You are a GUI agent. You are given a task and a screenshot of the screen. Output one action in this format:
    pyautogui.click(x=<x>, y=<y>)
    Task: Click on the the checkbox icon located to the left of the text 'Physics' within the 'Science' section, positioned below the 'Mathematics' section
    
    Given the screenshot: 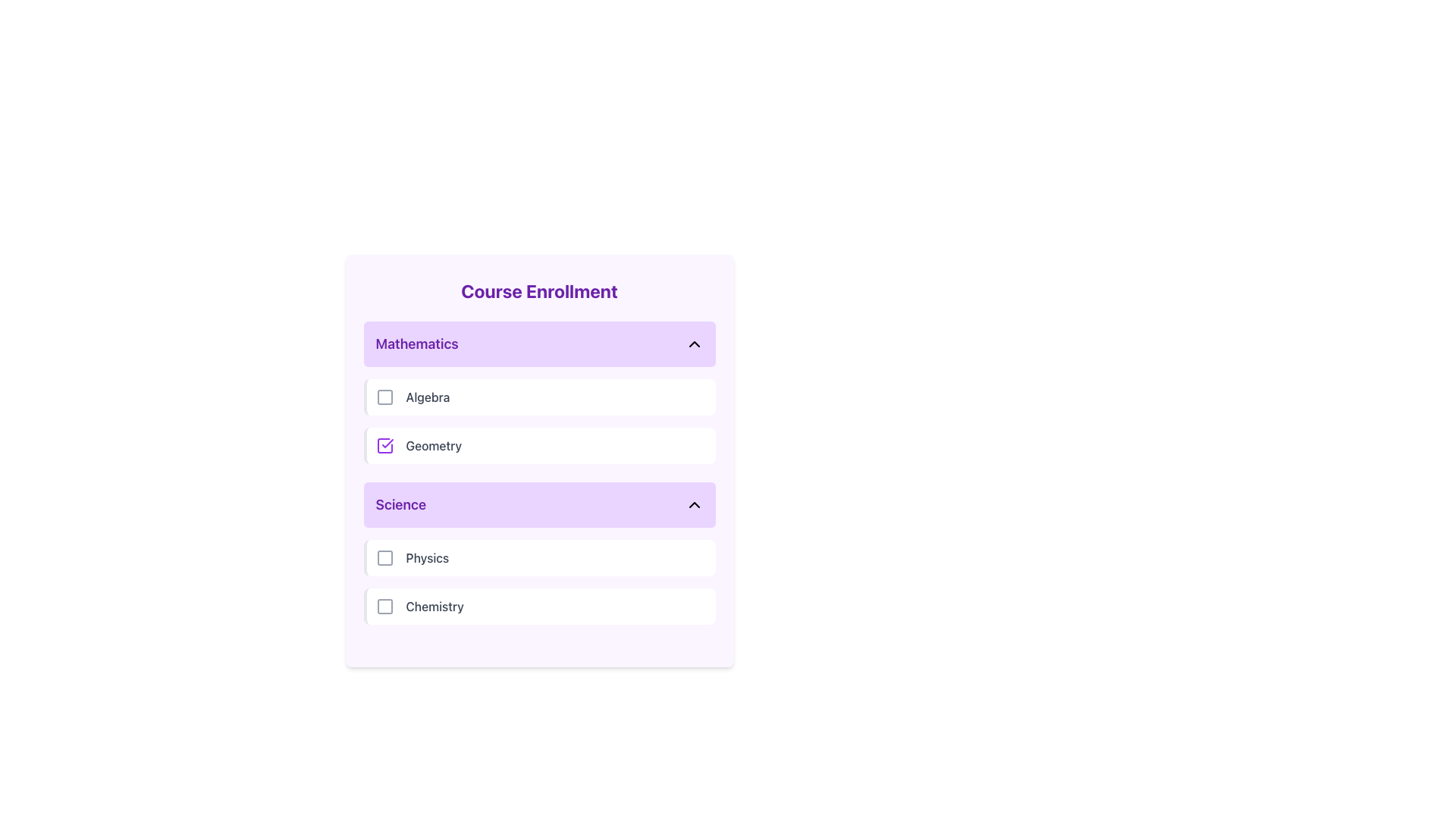 What is the action you would take?
    pyautogui.click(x=384, y=558)
    